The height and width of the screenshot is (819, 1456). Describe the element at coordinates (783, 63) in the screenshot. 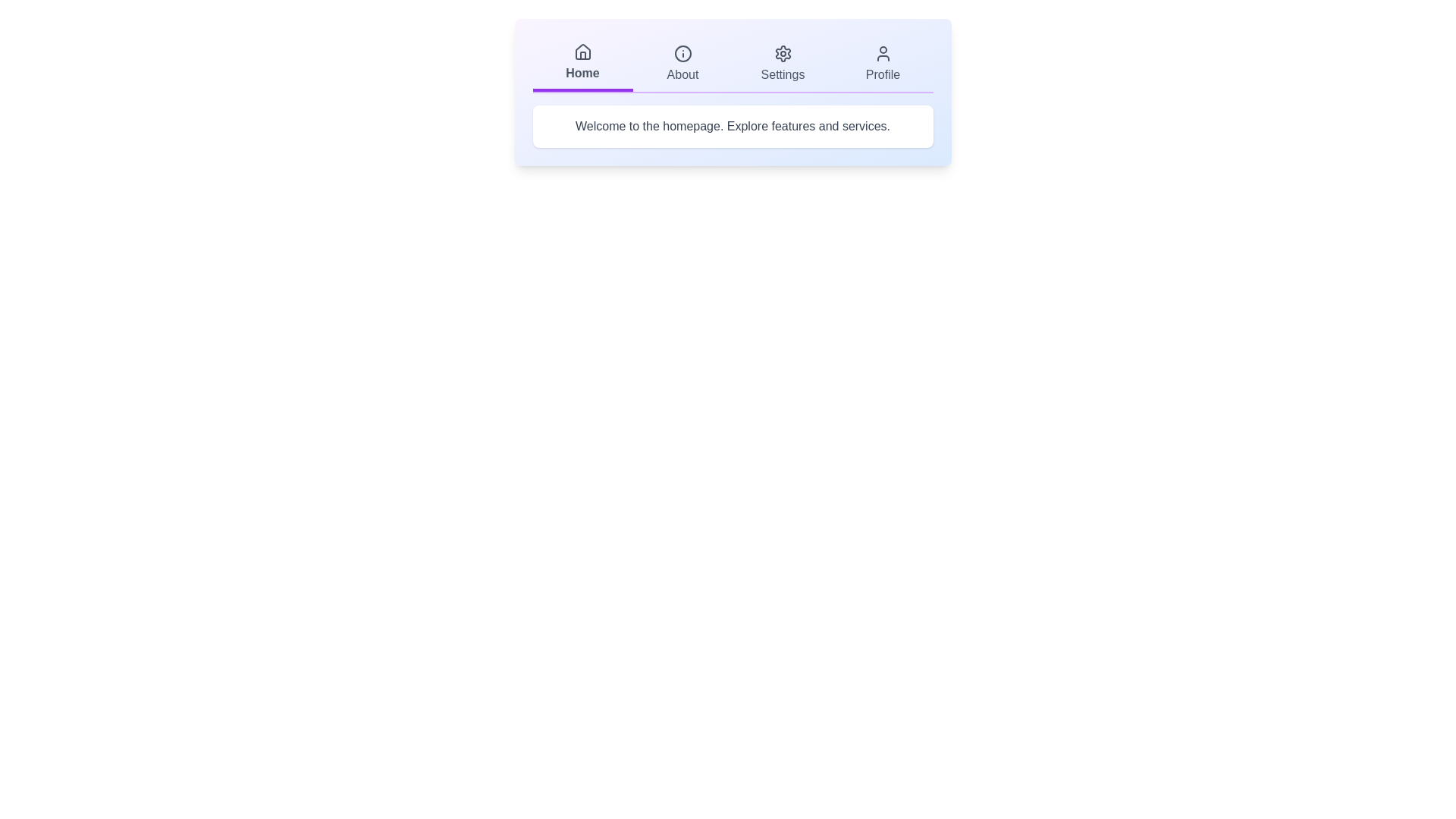

I see `the tab Settings from the available options` at that location.